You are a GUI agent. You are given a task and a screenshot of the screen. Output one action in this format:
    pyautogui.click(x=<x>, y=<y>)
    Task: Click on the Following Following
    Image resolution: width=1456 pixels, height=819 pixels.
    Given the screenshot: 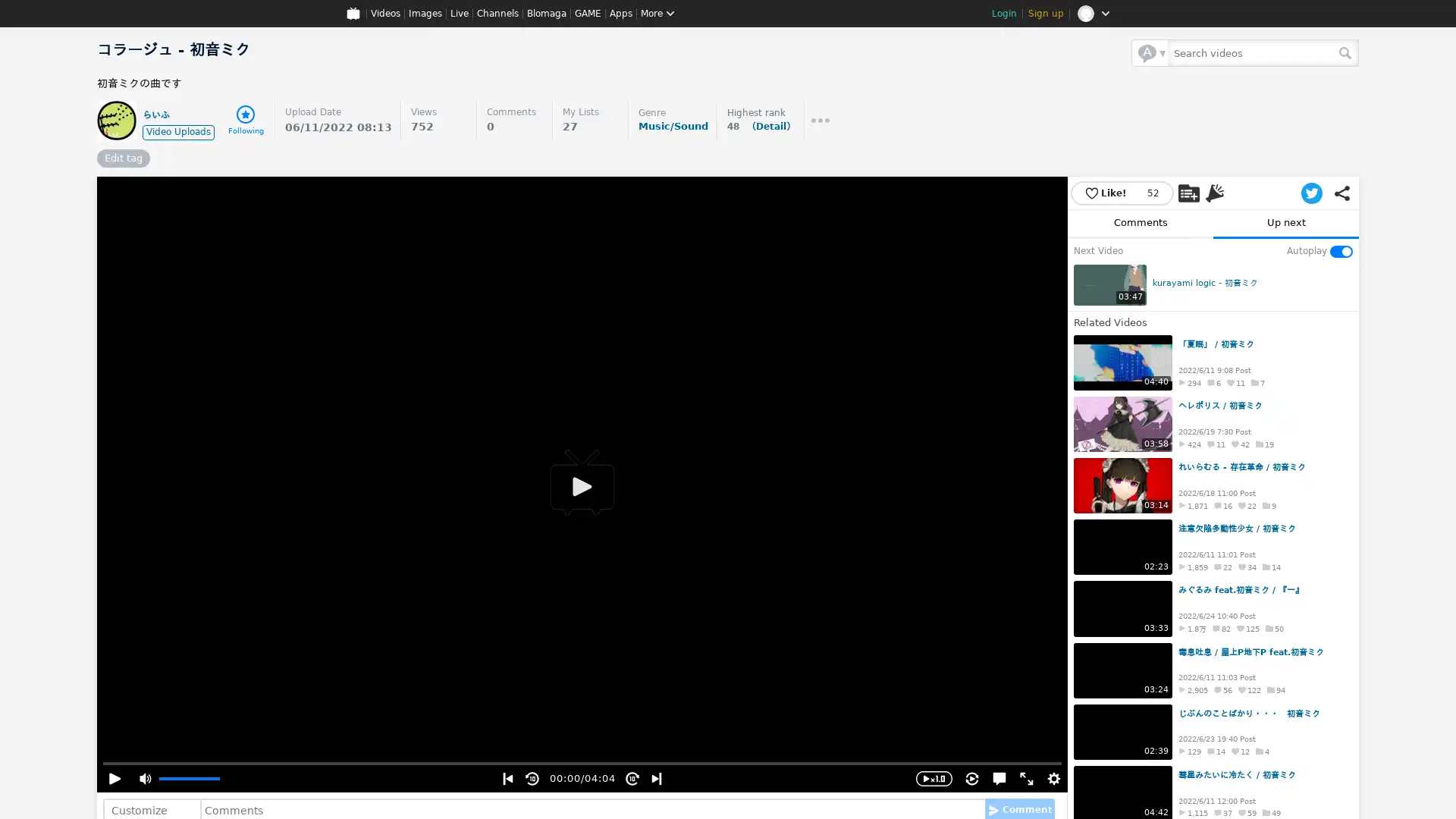 What is the action you would take?
    pyautogui.click(x=246, y=119)
    